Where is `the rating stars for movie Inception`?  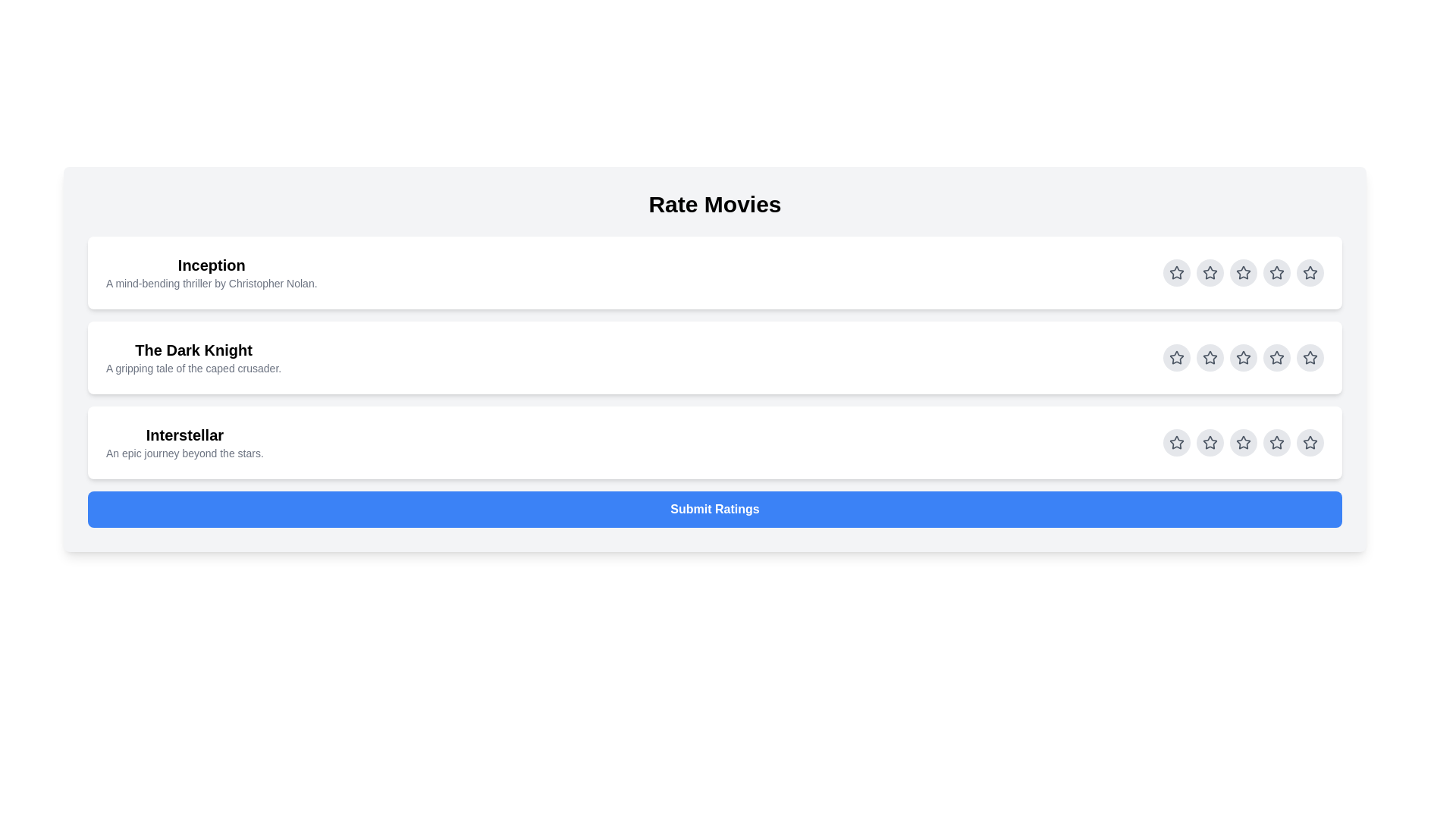 the rating stars for movie Inception is located at coordinates (1175, 271).